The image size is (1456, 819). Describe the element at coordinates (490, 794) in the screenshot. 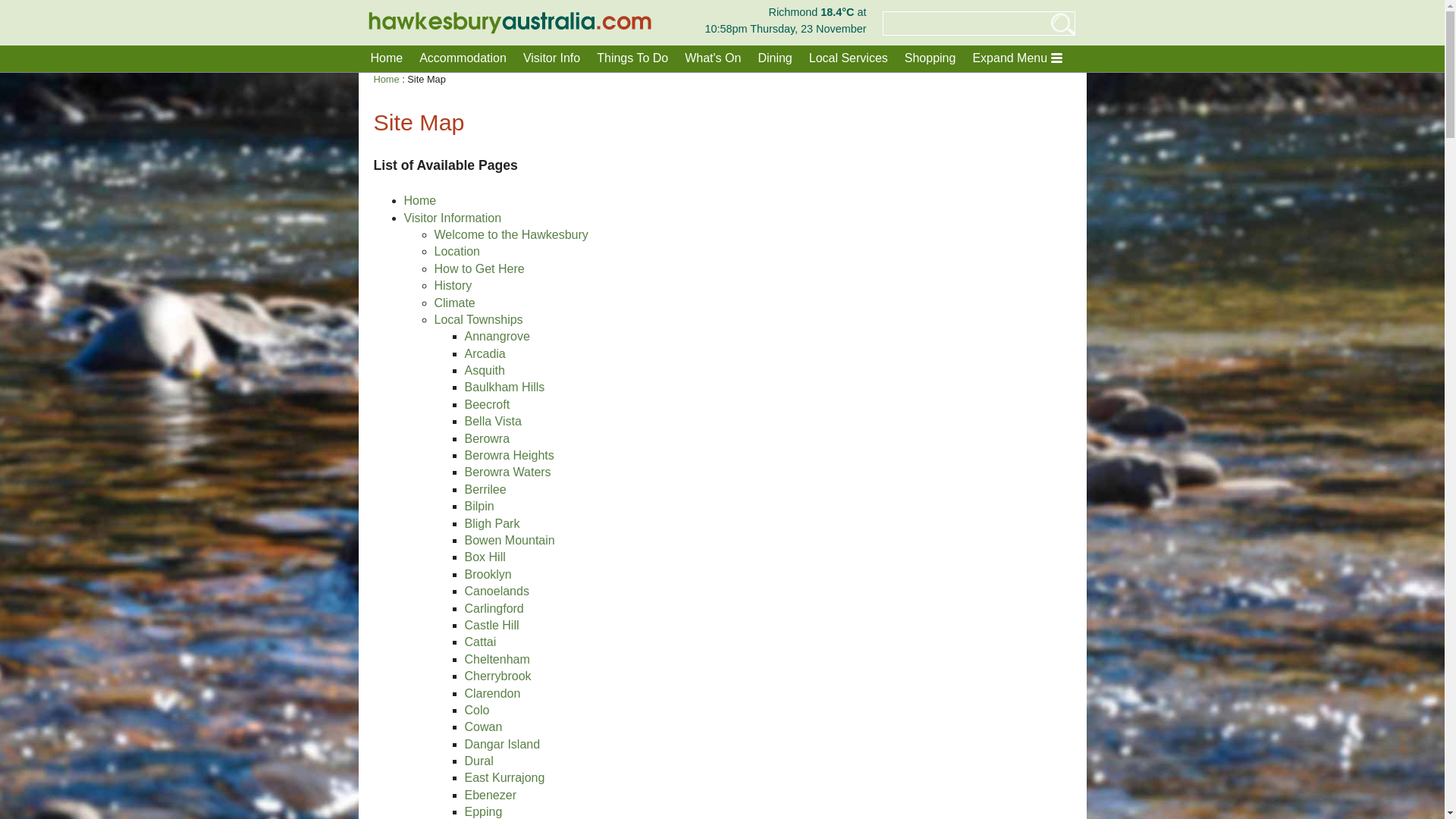

I see `'Ebenezer'` at that location.